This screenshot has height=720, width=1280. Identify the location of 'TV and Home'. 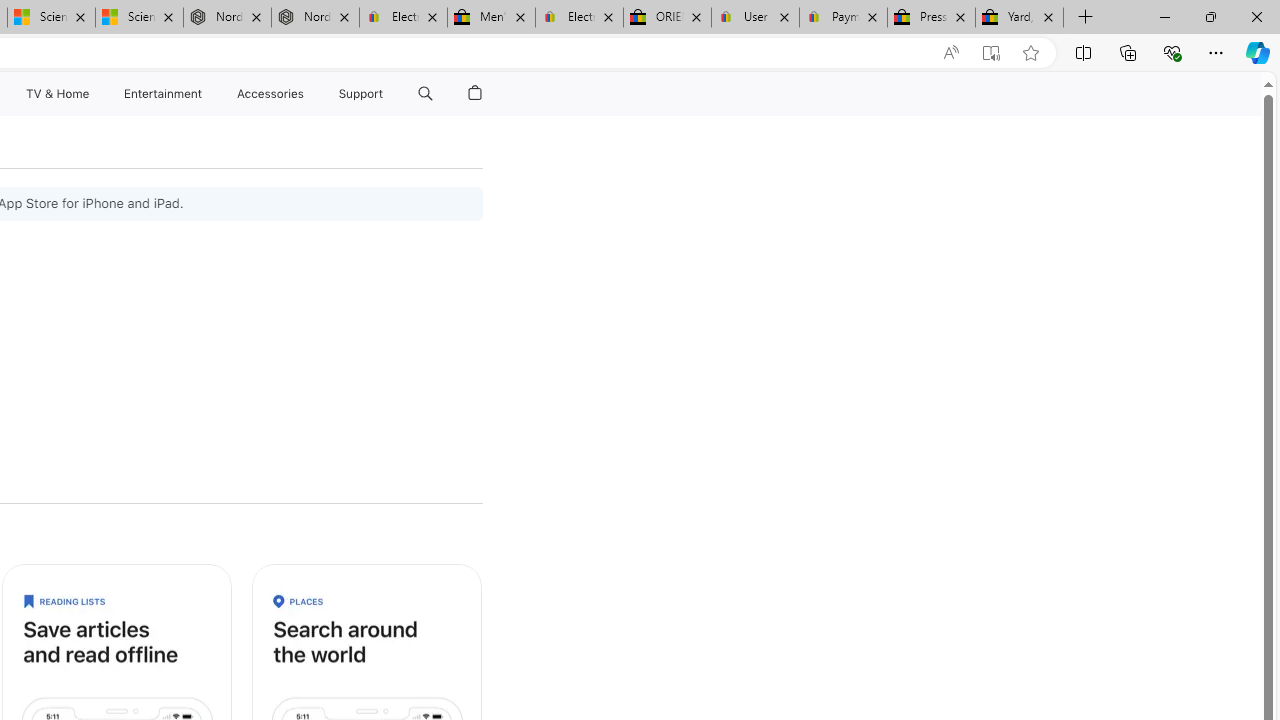
(56, 93).